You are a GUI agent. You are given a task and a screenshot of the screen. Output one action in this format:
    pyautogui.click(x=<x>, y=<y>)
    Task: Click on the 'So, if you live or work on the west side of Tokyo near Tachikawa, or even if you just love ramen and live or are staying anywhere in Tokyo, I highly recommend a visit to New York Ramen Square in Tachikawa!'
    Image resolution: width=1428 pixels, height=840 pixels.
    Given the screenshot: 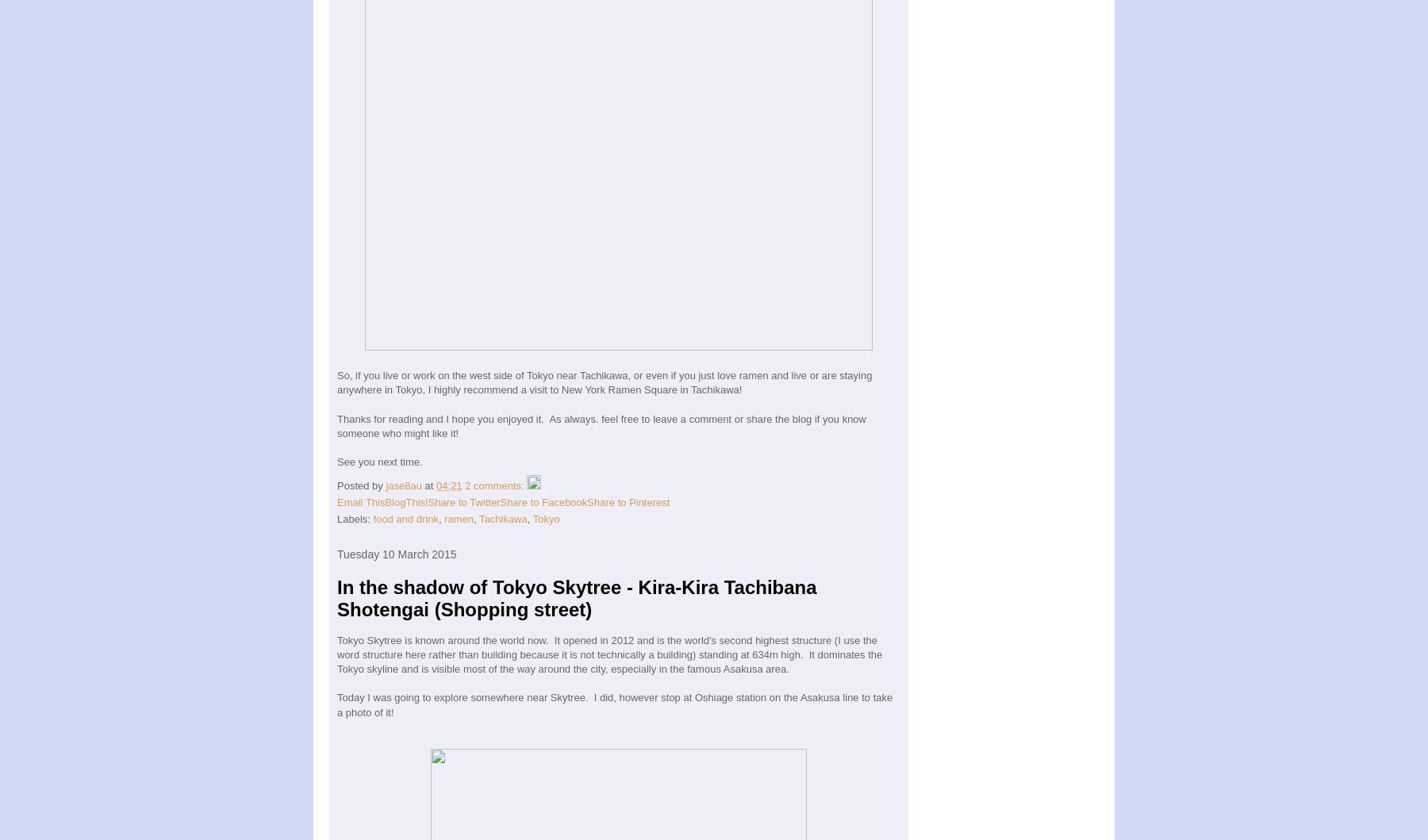 What is the action you would take?
    pyautogui.click(x=603, y=382)
    